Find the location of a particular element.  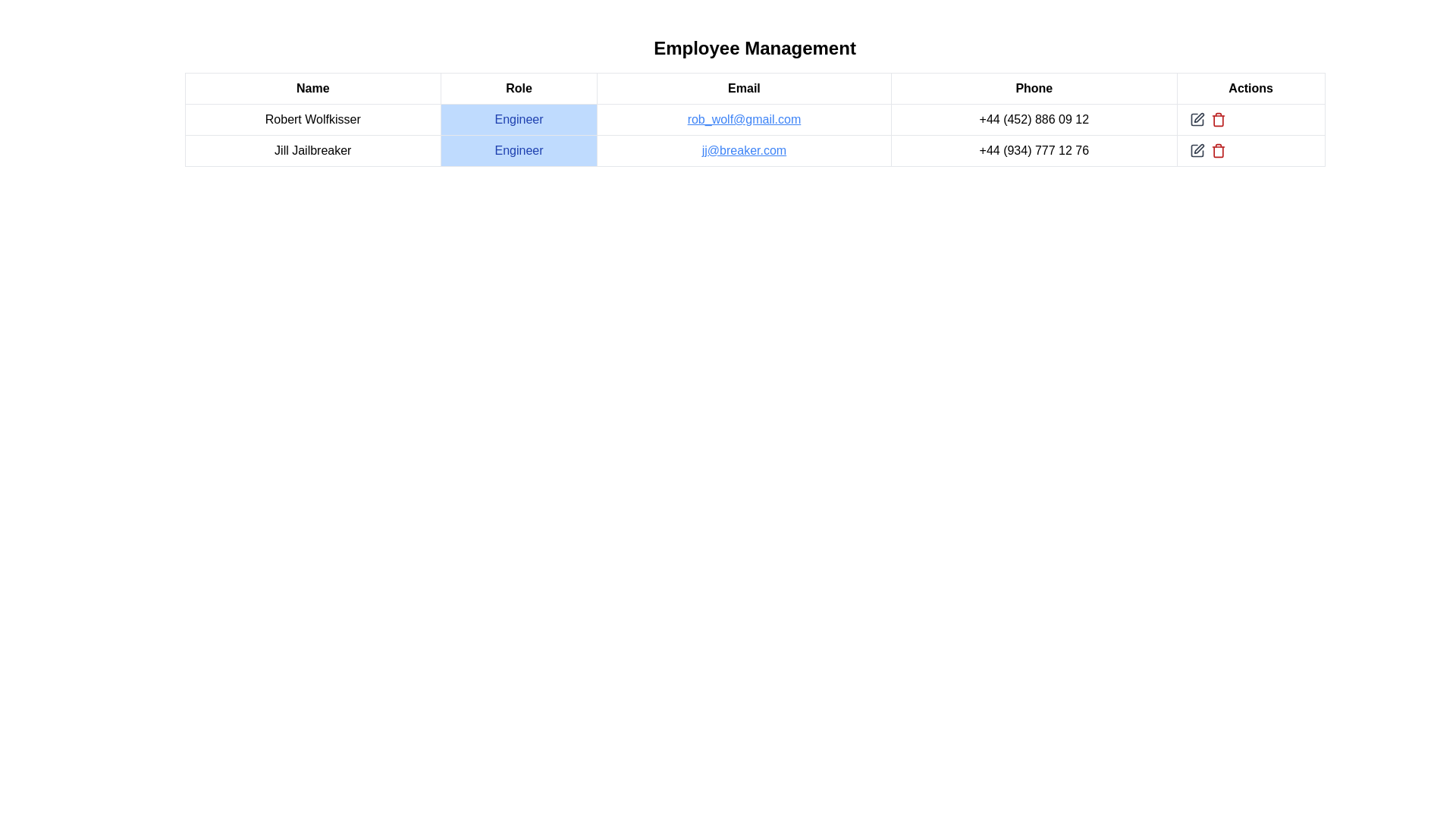

the delete action icon located in the 'Actions' column of the second row in the table is located at coordinates (1218, 120).